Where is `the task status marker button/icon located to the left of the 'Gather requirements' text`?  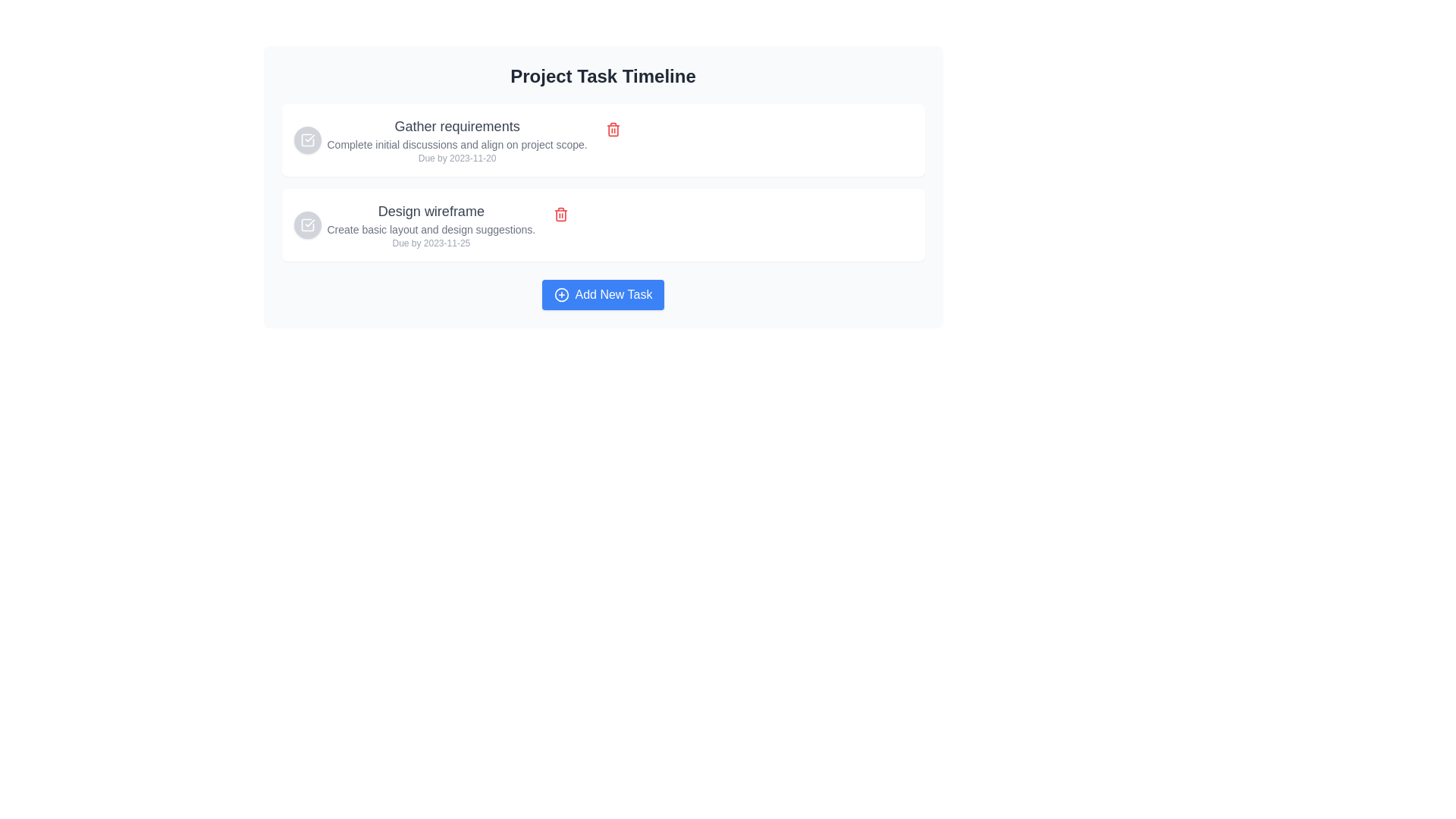
the task status marker button/icon located to the left of the 'Gather requirements' text is located at coordinates (306, 140).